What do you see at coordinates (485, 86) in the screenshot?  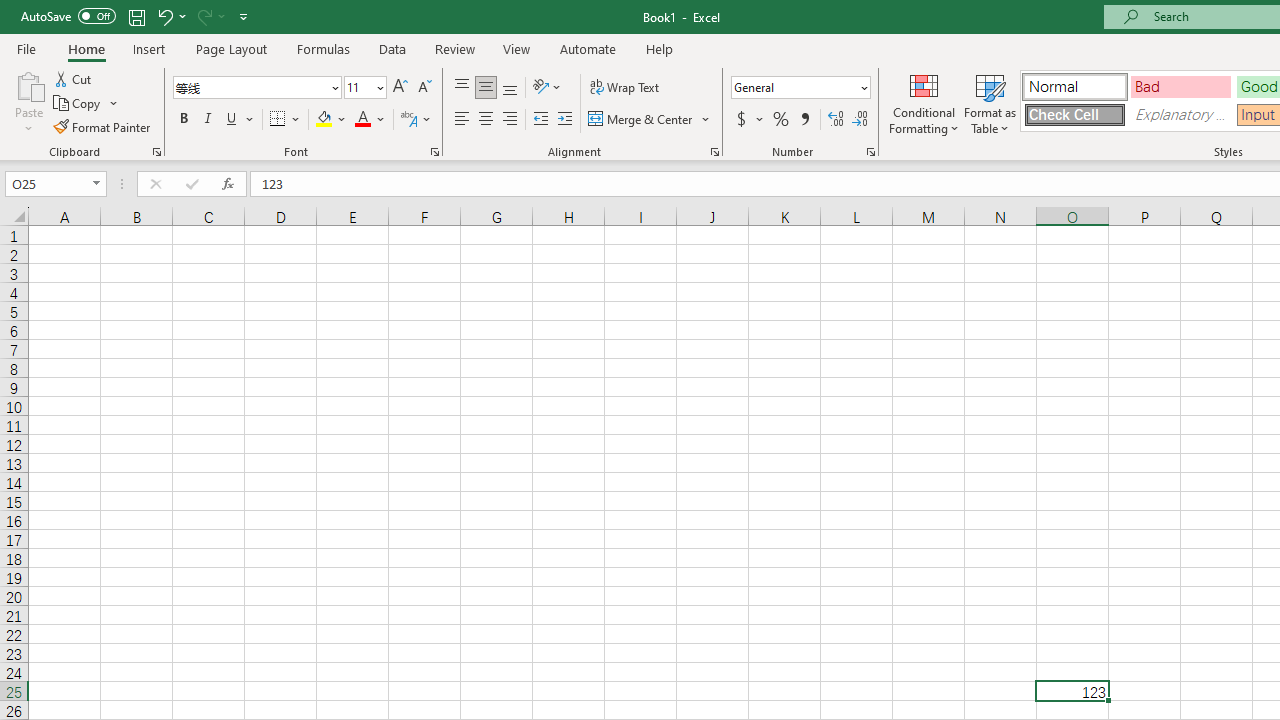 I see `'Middle Align'` at bounding box center [485, 86].